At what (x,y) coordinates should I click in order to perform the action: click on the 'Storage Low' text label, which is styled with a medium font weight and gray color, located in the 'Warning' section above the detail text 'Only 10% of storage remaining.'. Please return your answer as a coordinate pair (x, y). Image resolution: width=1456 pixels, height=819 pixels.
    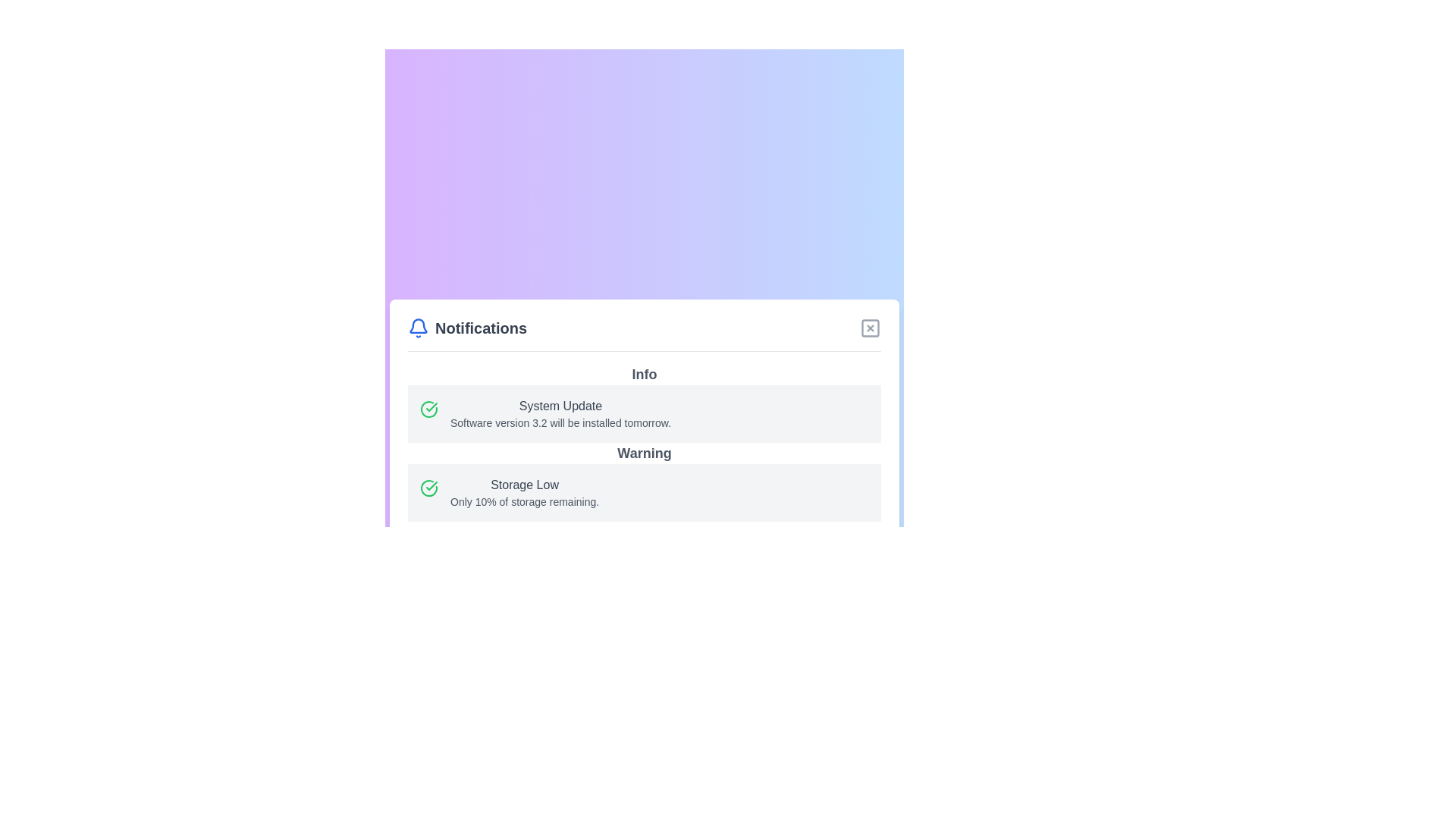
    Looking at the image, I should click on (524, 485).